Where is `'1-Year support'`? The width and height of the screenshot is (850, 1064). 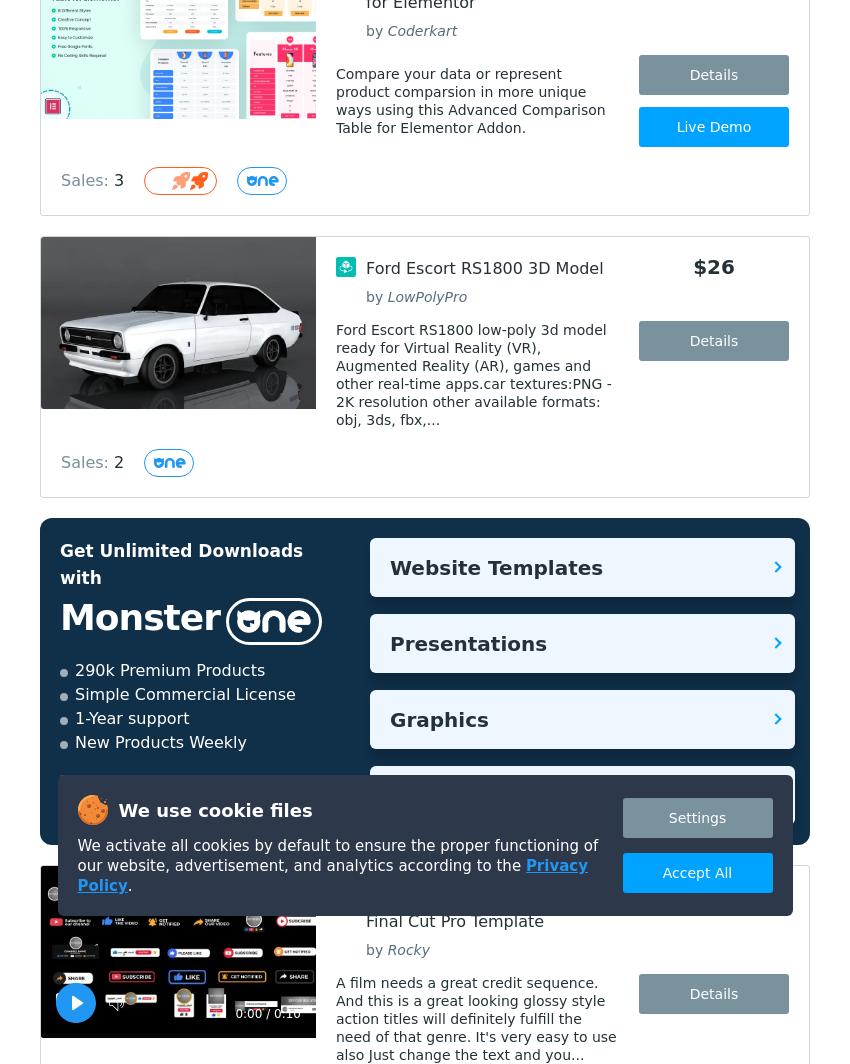
'1-Year support' is located at coordinates (74, 718).